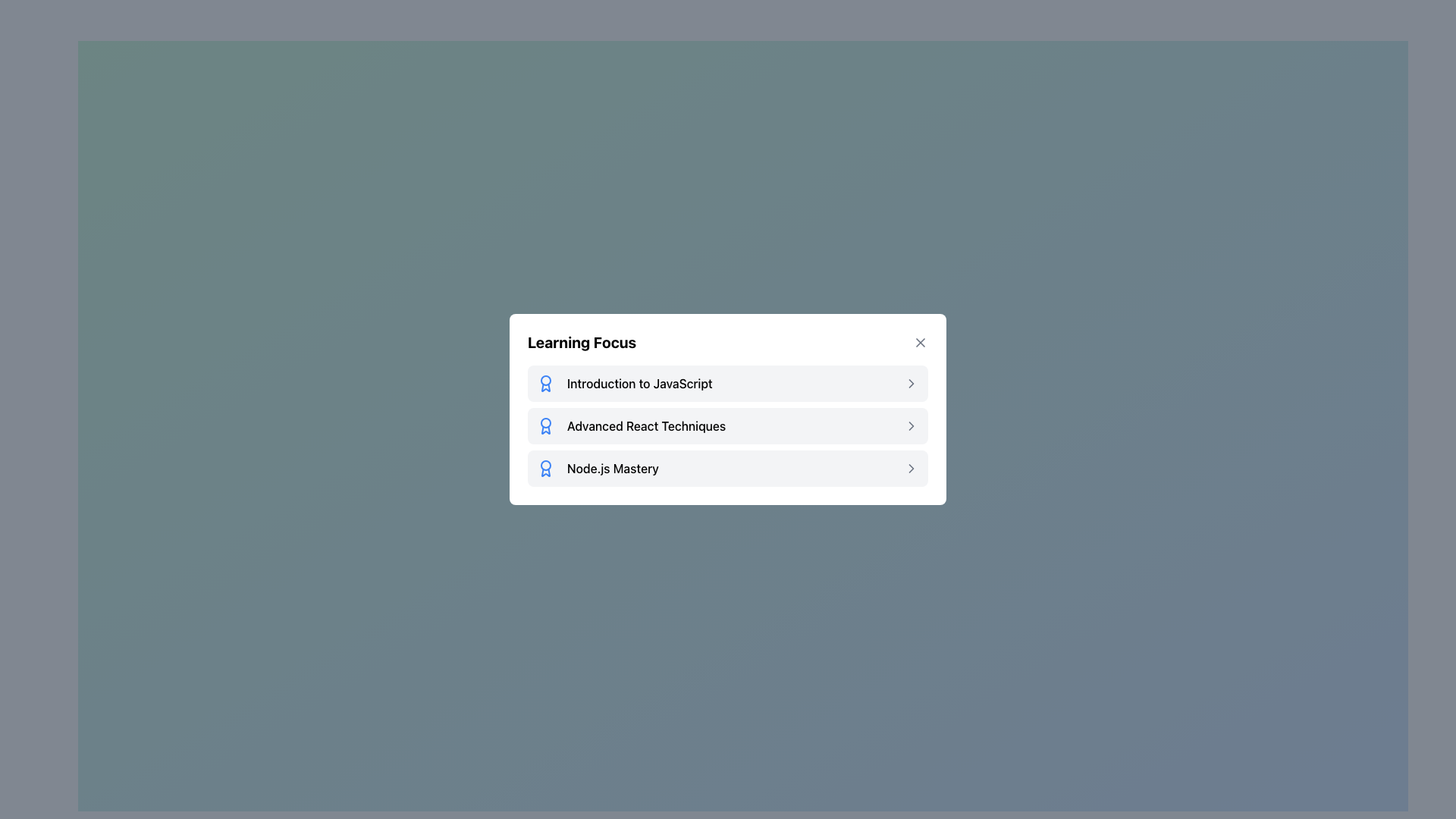 The height and width of the screenshot is (819, 1456). I want to click on the close button located in the top-right corner of the 'Learning Focus' card, so click(920, 342).